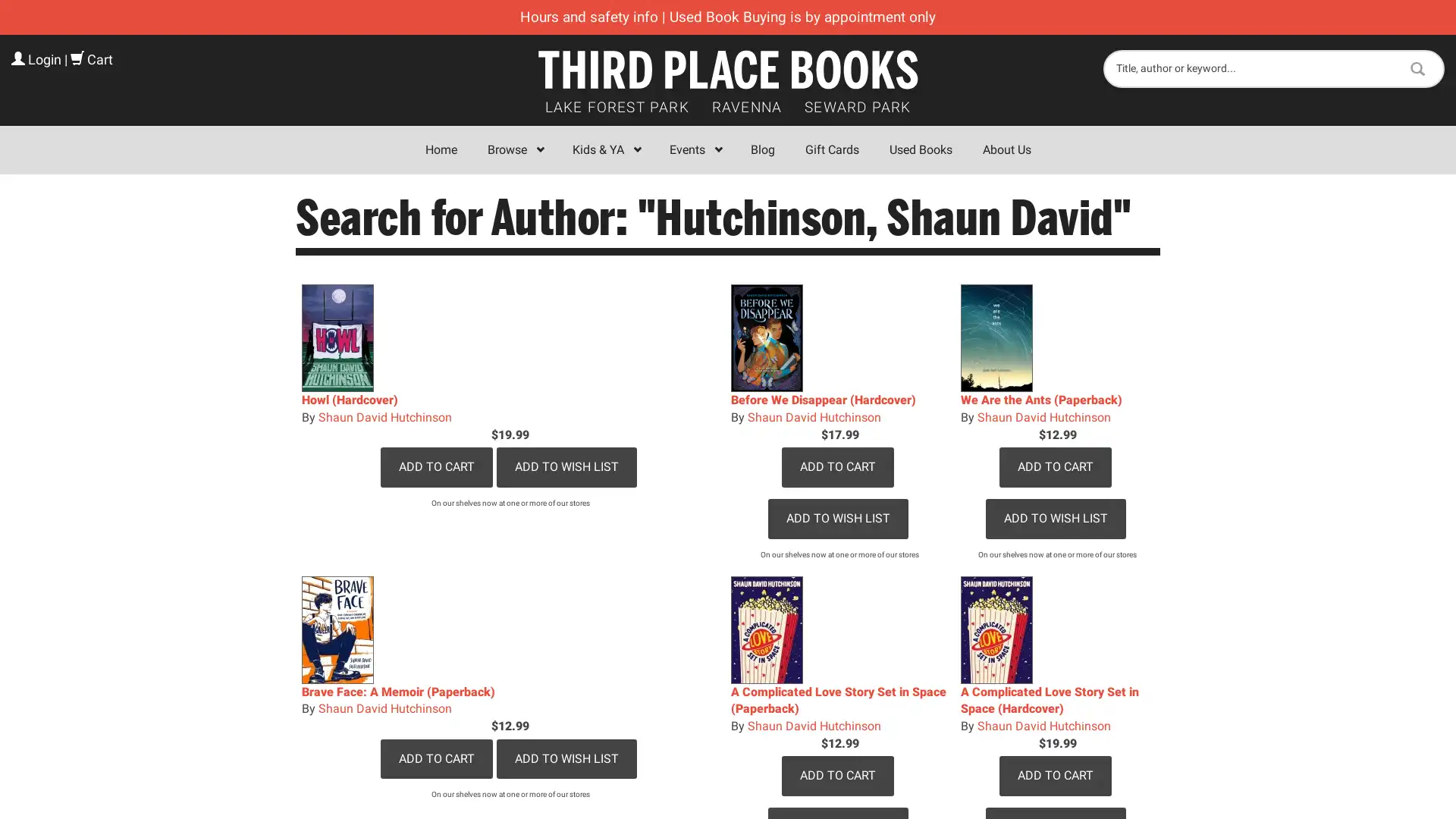 This screenshot has width=1456, height=819. I want to click on Close, so click(949, 222).